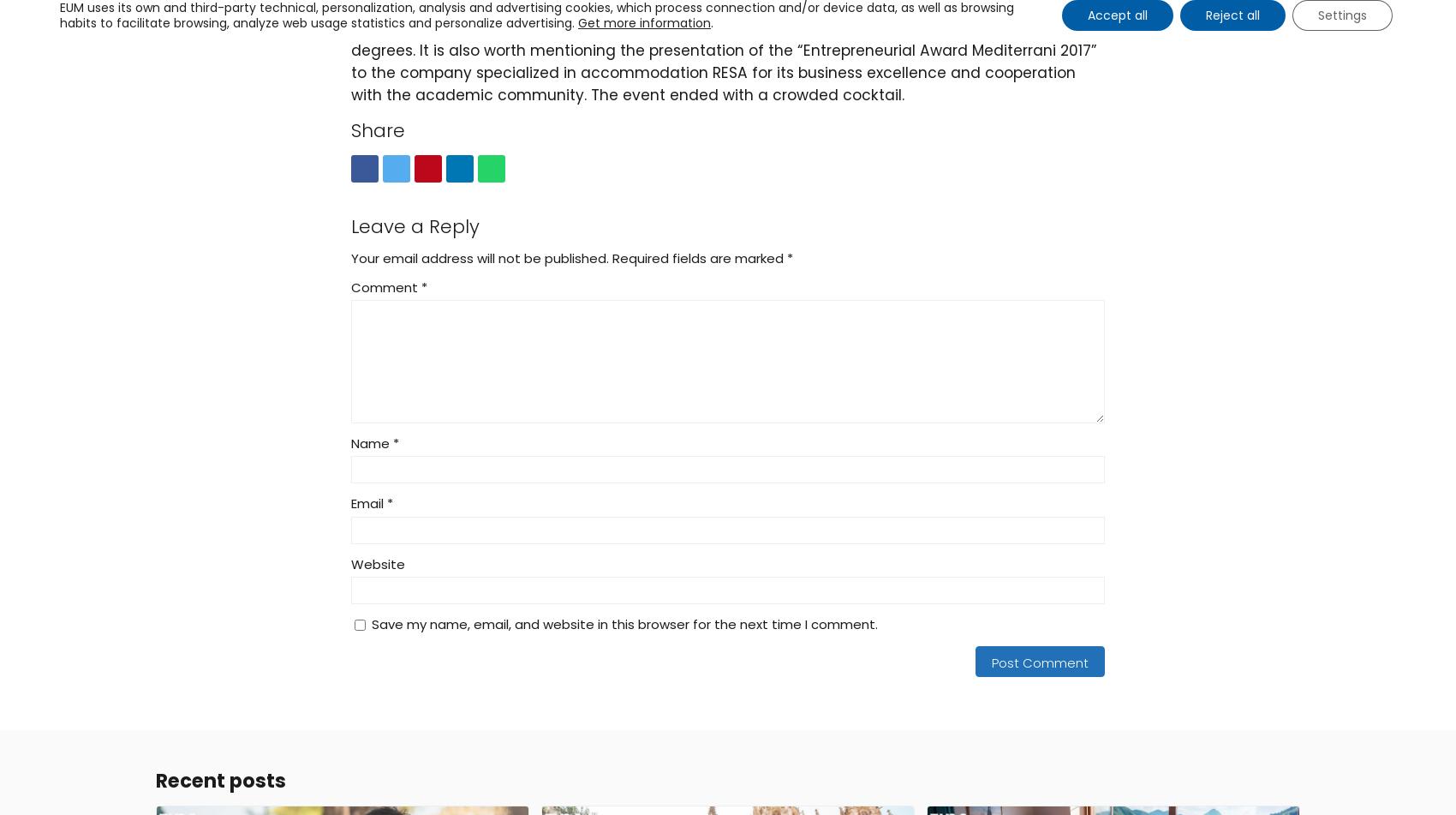 The image size is (1456, 815). I want to click on 'Email', so click(349, 502).